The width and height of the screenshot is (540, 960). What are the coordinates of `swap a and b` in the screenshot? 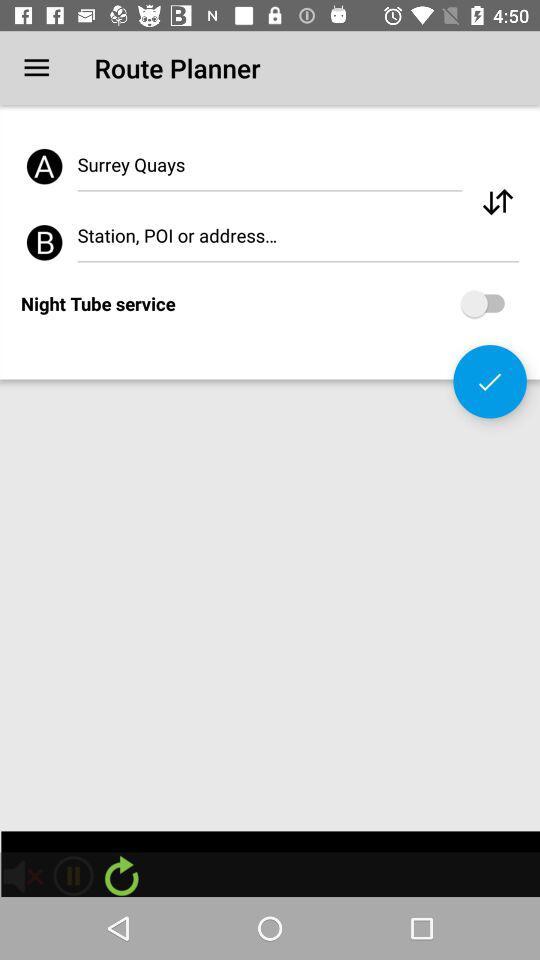 It's located at (496, 202).